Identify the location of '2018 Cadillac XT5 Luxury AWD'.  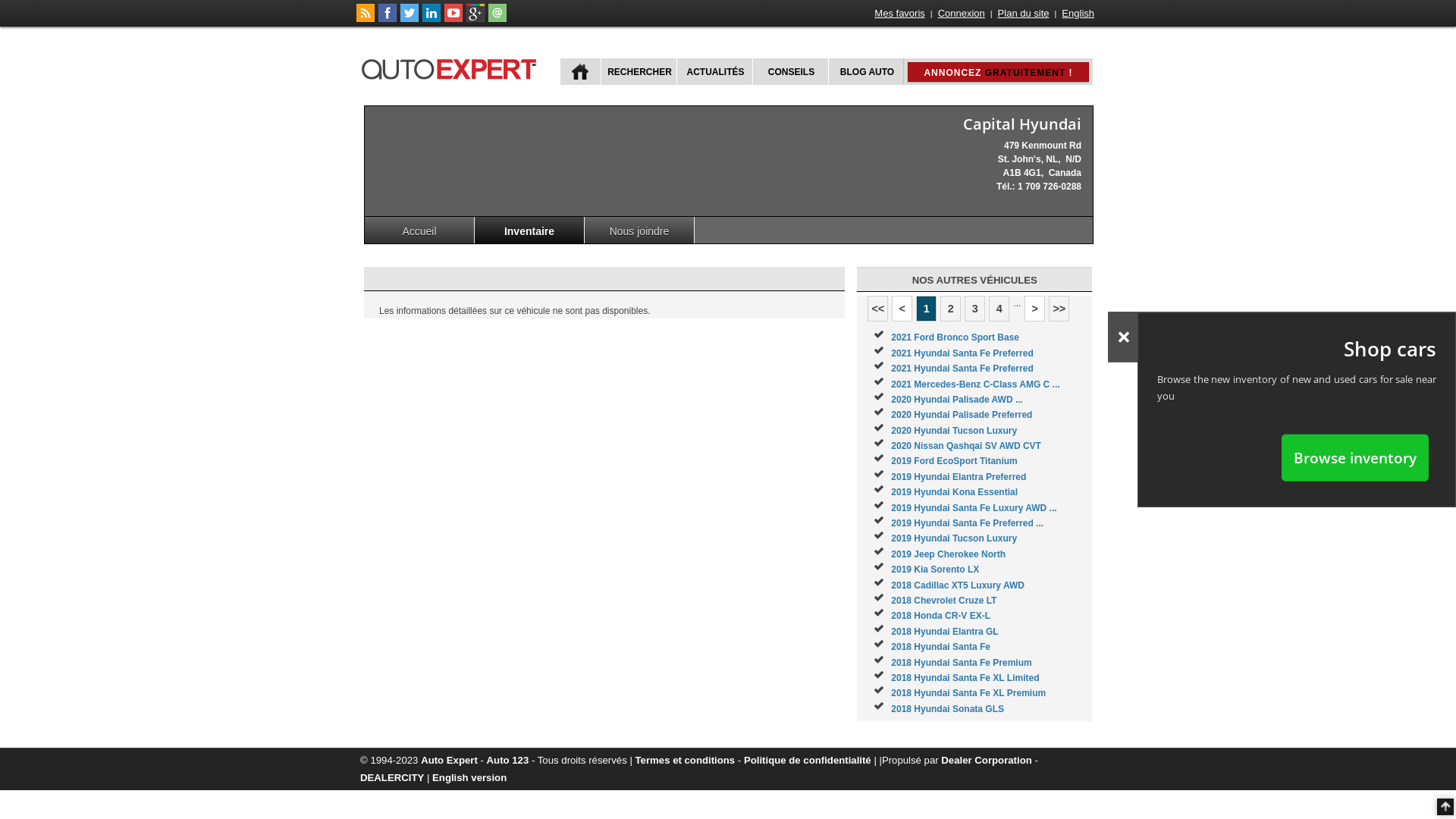
(956, 584).